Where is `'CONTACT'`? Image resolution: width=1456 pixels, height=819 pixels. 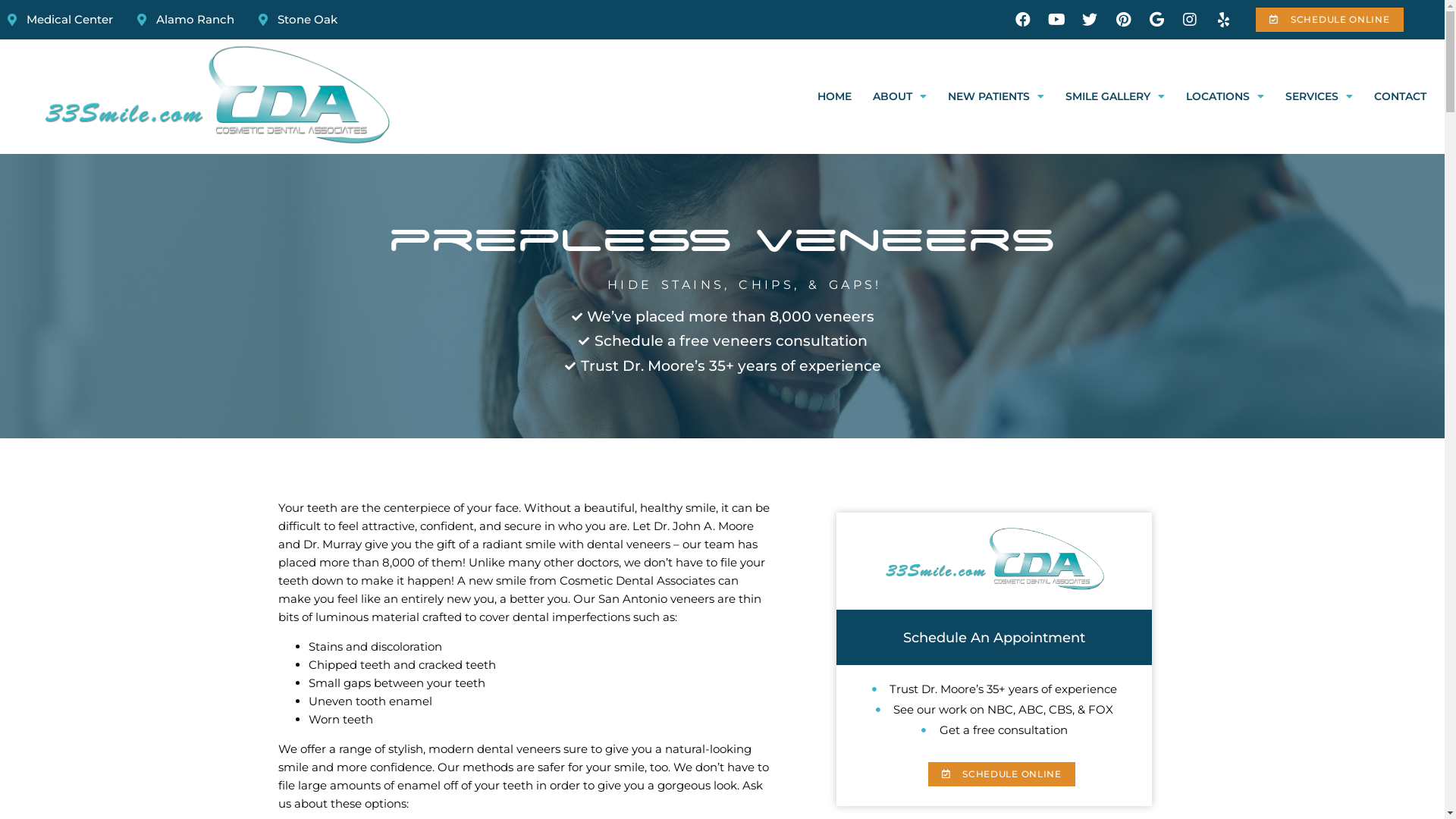
'CONTACT' is located at coordinates (1399, 96).